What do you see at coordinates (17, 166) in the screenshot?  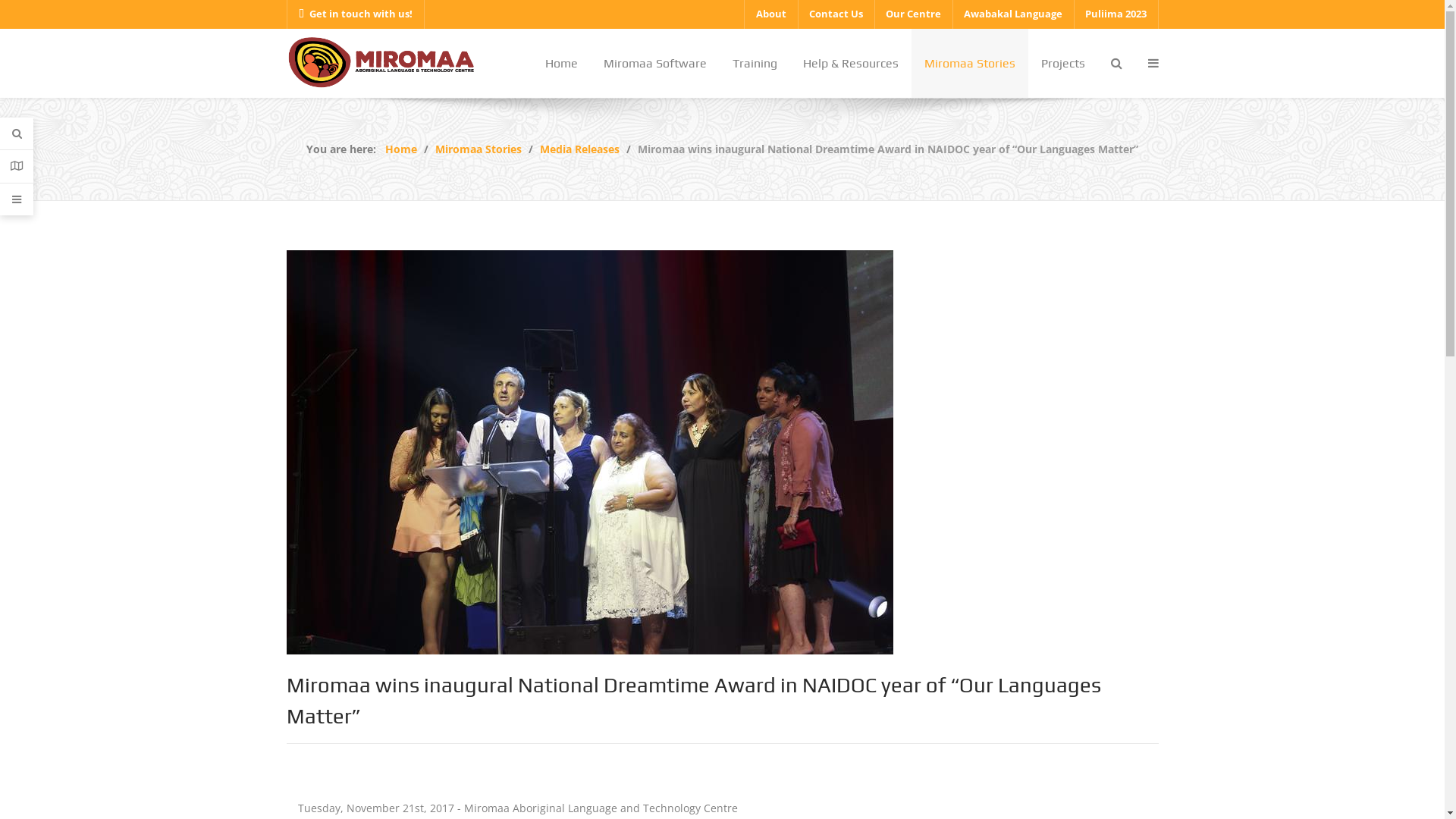 I see `'Contacts'` at bounding box center [17, 166].